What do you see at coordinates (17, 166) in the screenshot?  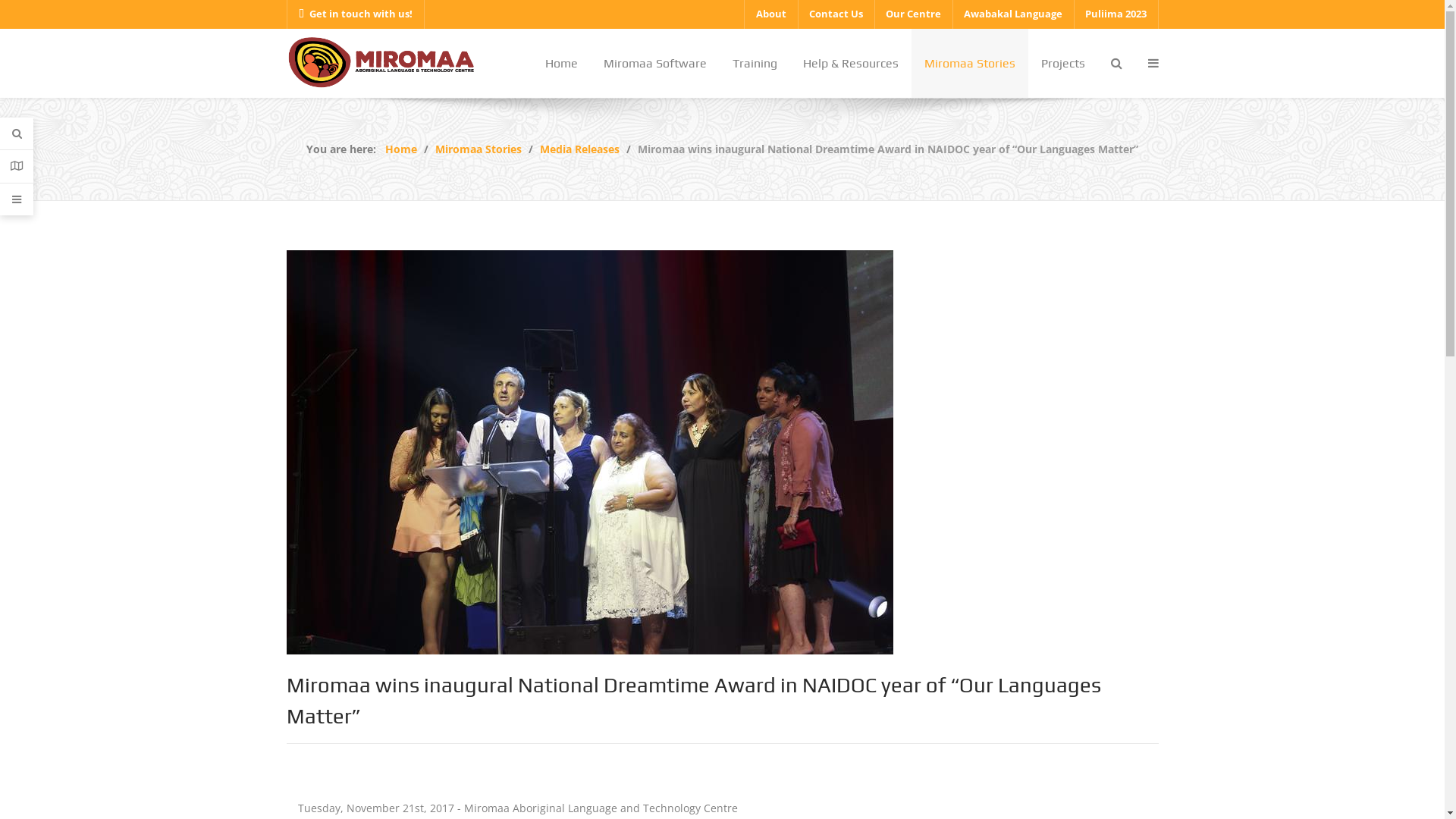 I see `'Contacts'` at bounding box center [17, 166].